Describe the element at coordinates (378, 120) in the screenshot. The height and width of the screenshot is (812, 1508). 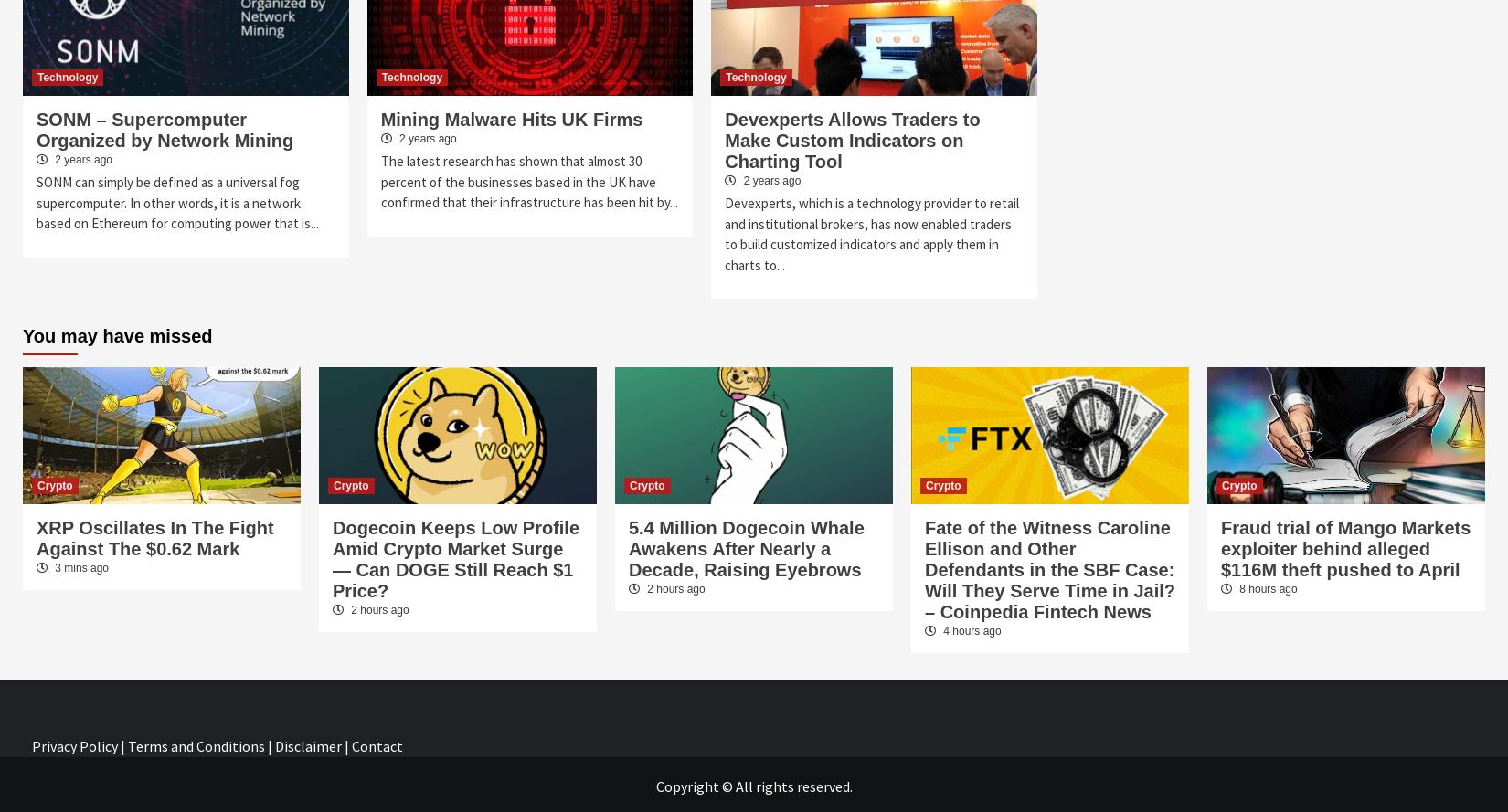
I see `'Mining Malware Hits UK Firms'` at that location.